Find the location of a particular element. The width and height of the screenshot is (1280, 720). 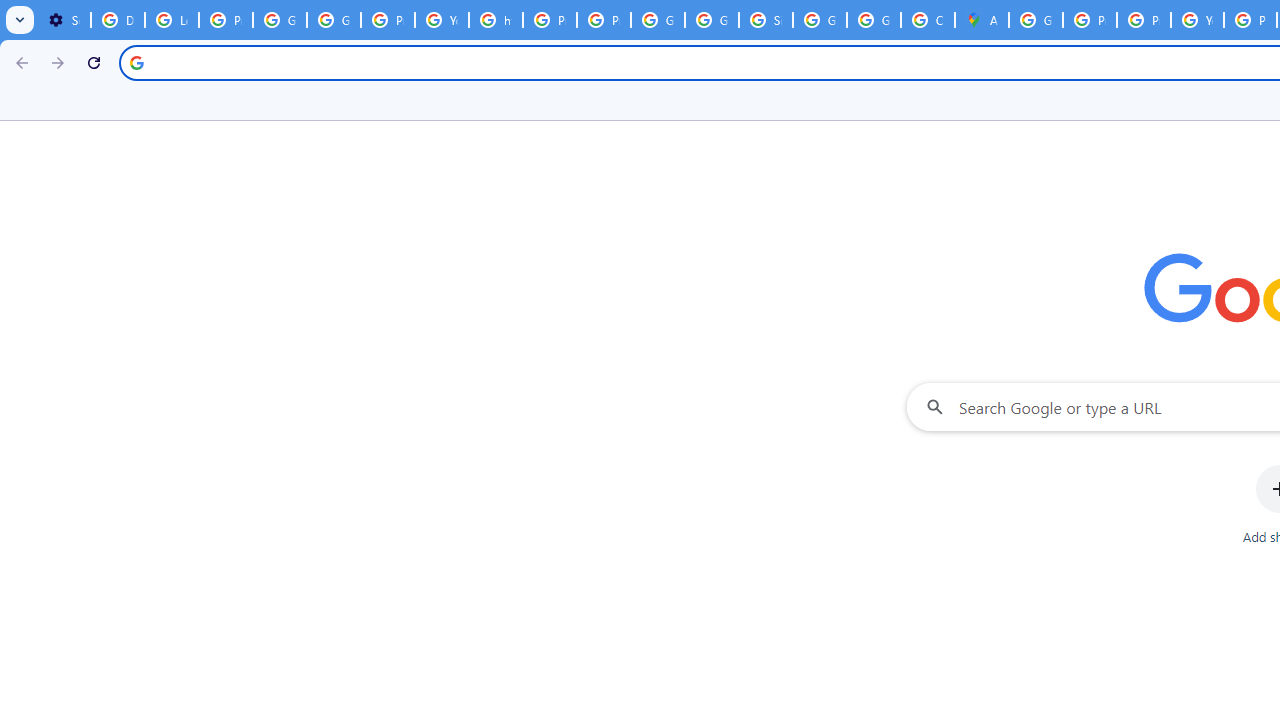

'Delete photos & videos - Computer - Google Photos Help' is located at coordinates (116, 20).